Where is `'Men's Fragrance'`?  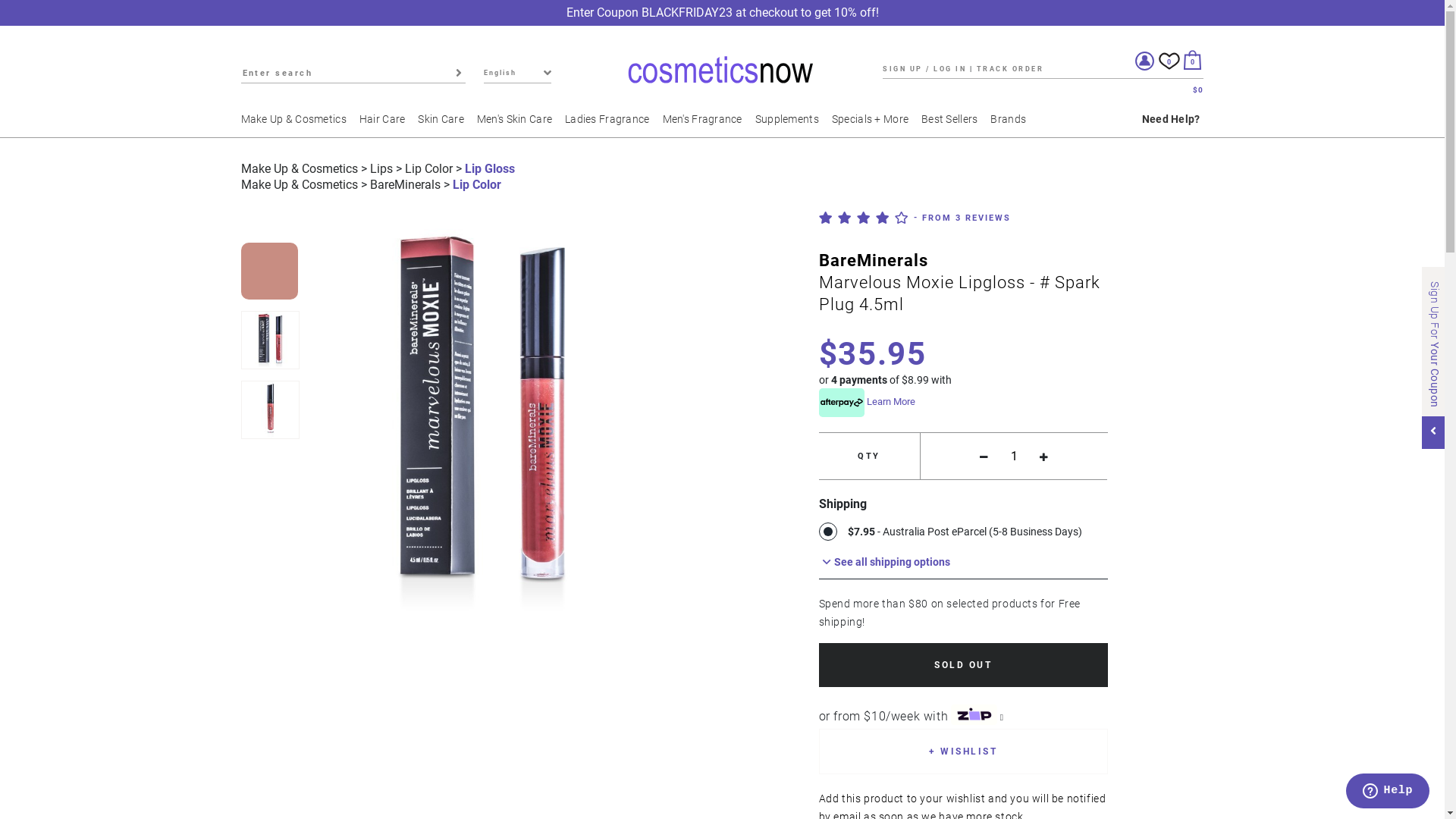 'Men's Fragrance' is located at coordinates (706, 124).